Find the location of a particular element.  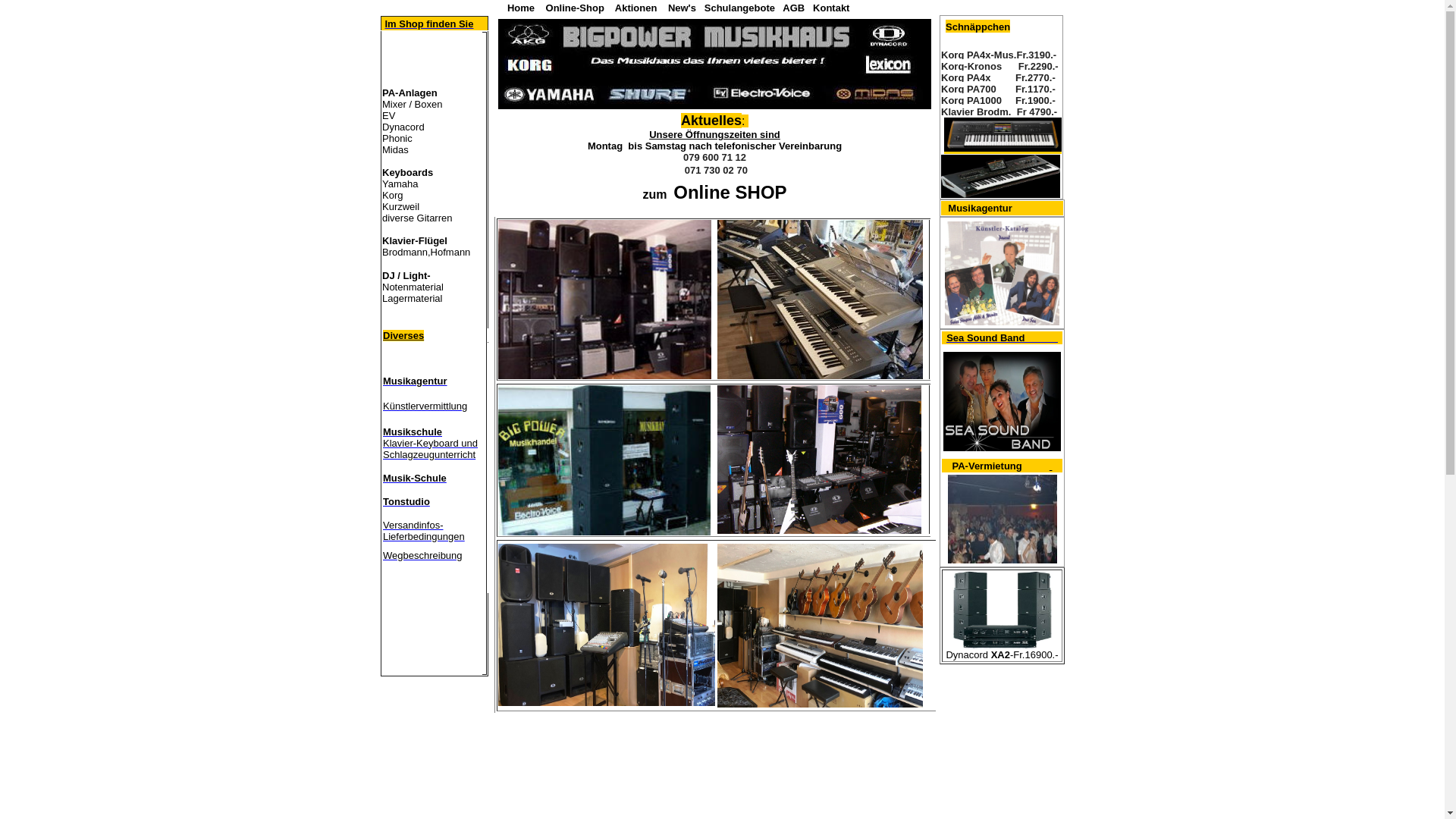

'Versandinfos-Lieferbedingungen' is located at coordinates (382, 529).